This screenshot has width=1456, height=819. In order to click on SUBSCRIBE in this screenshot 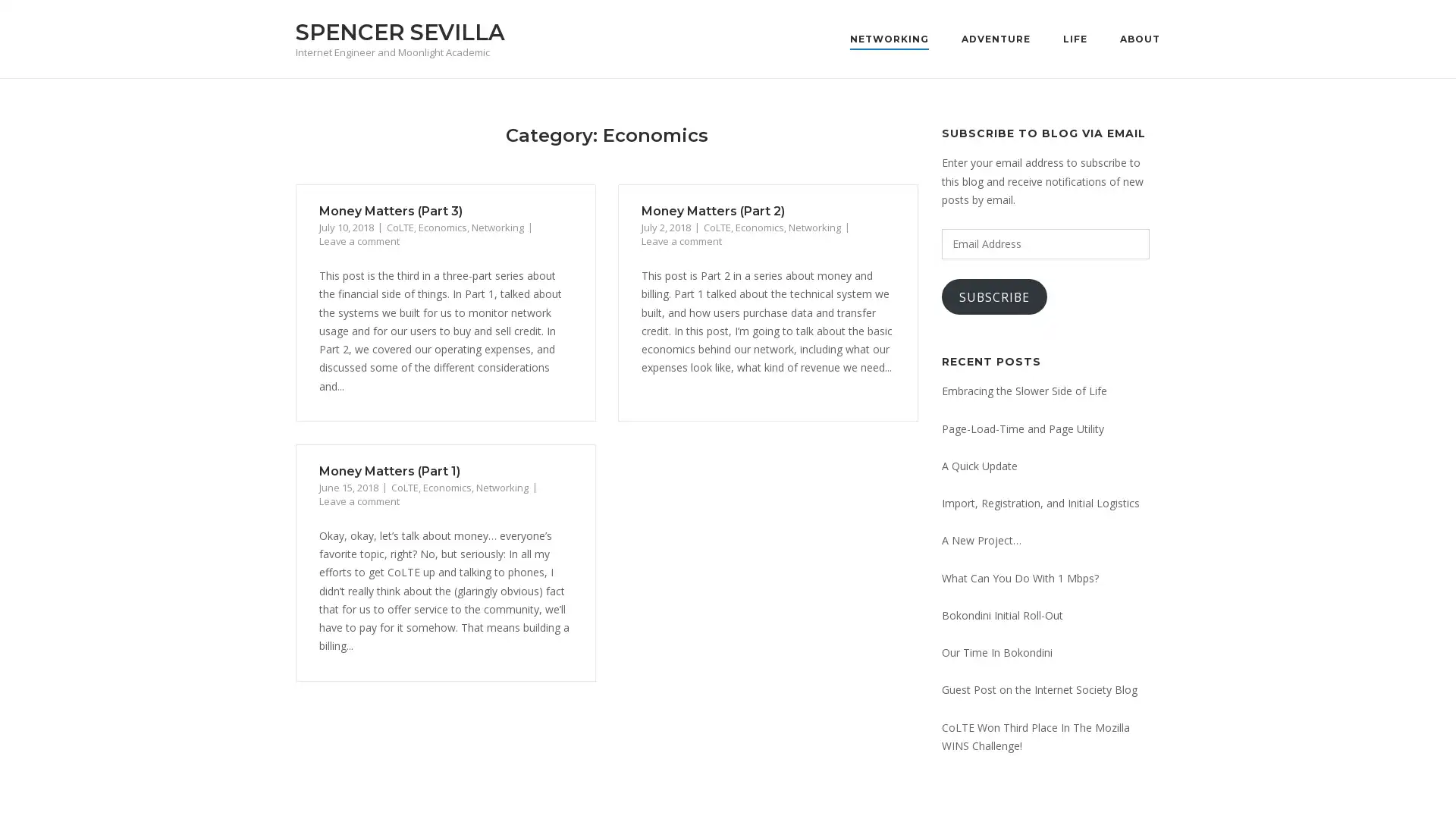, I will do `click(994, 297)`.